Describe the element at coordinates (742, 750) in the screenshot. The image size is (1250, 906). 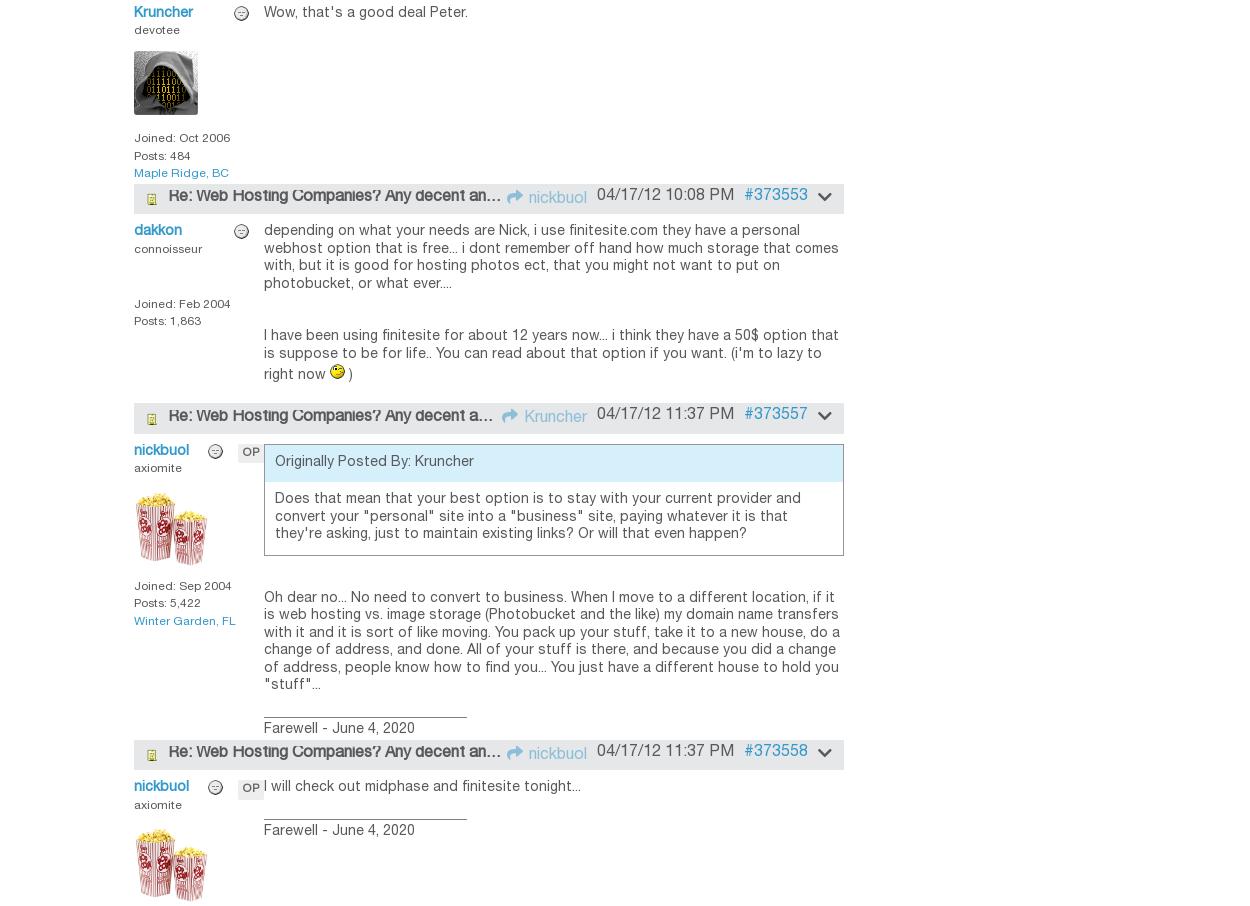
I see `'#373558'` at that location.